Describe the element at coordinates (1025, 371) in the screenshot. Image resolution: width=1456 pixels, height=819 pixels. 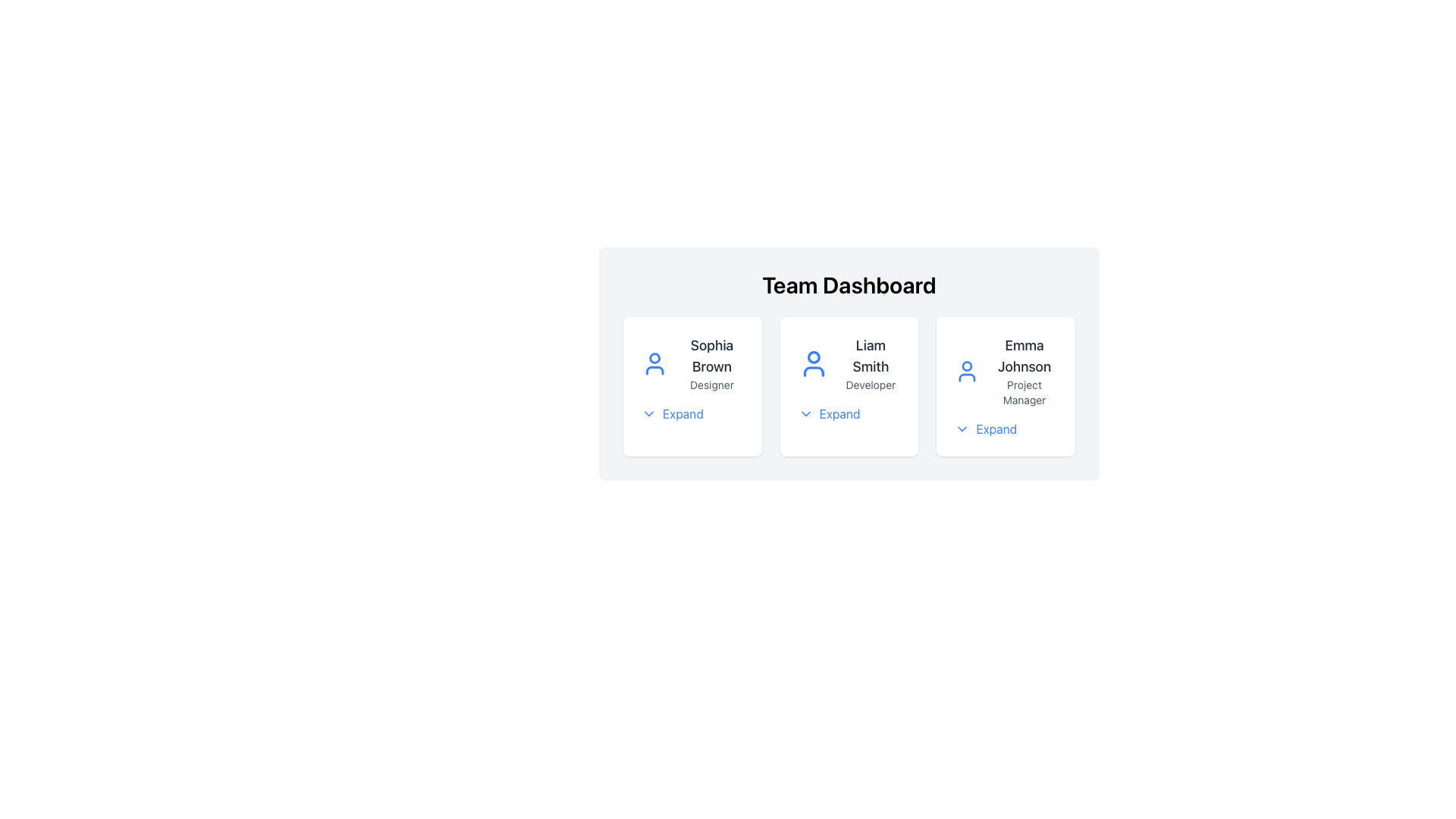
I see `the Text Display that shows the user's name and role within the team, located as the third item from the left in the horizontal row of profile cards under the 'Team Dashboard' heading` at that location.